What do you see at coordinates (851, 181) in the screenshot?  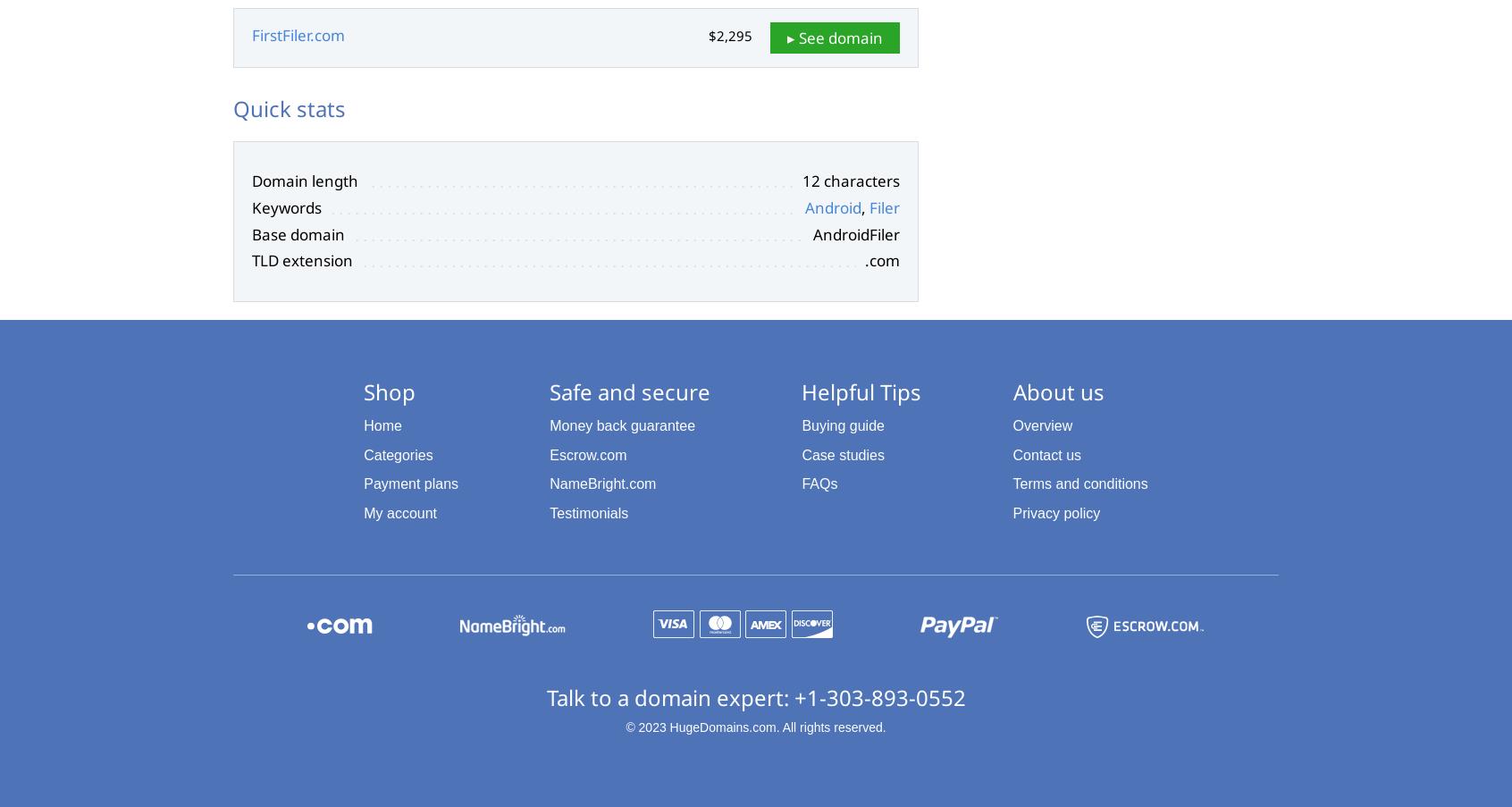 I see `'12 characters'` at bounding box center [851, 181].